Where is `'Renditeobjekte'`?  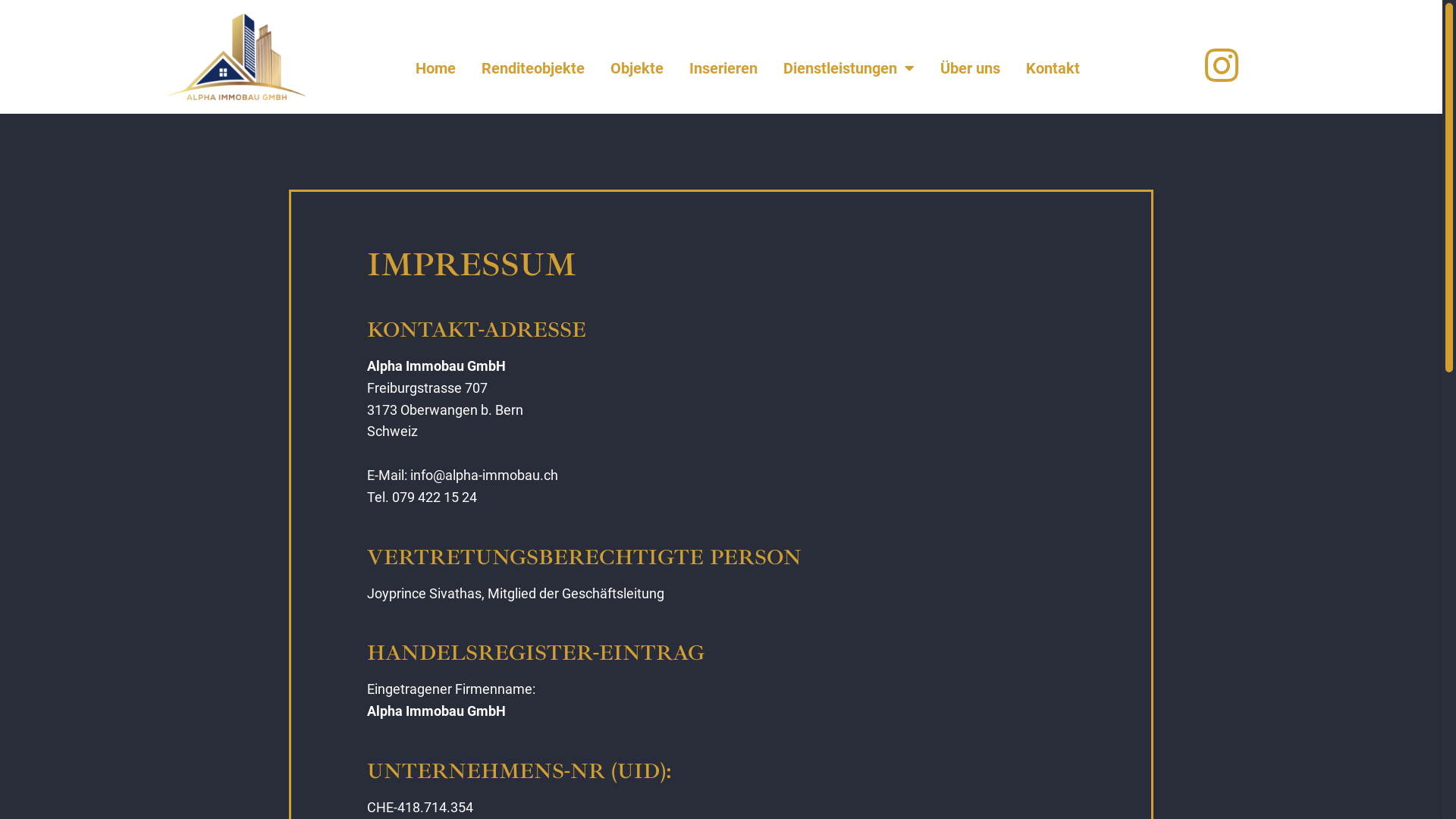
'Renditeobjekte' is located at coordinates (468, 67).